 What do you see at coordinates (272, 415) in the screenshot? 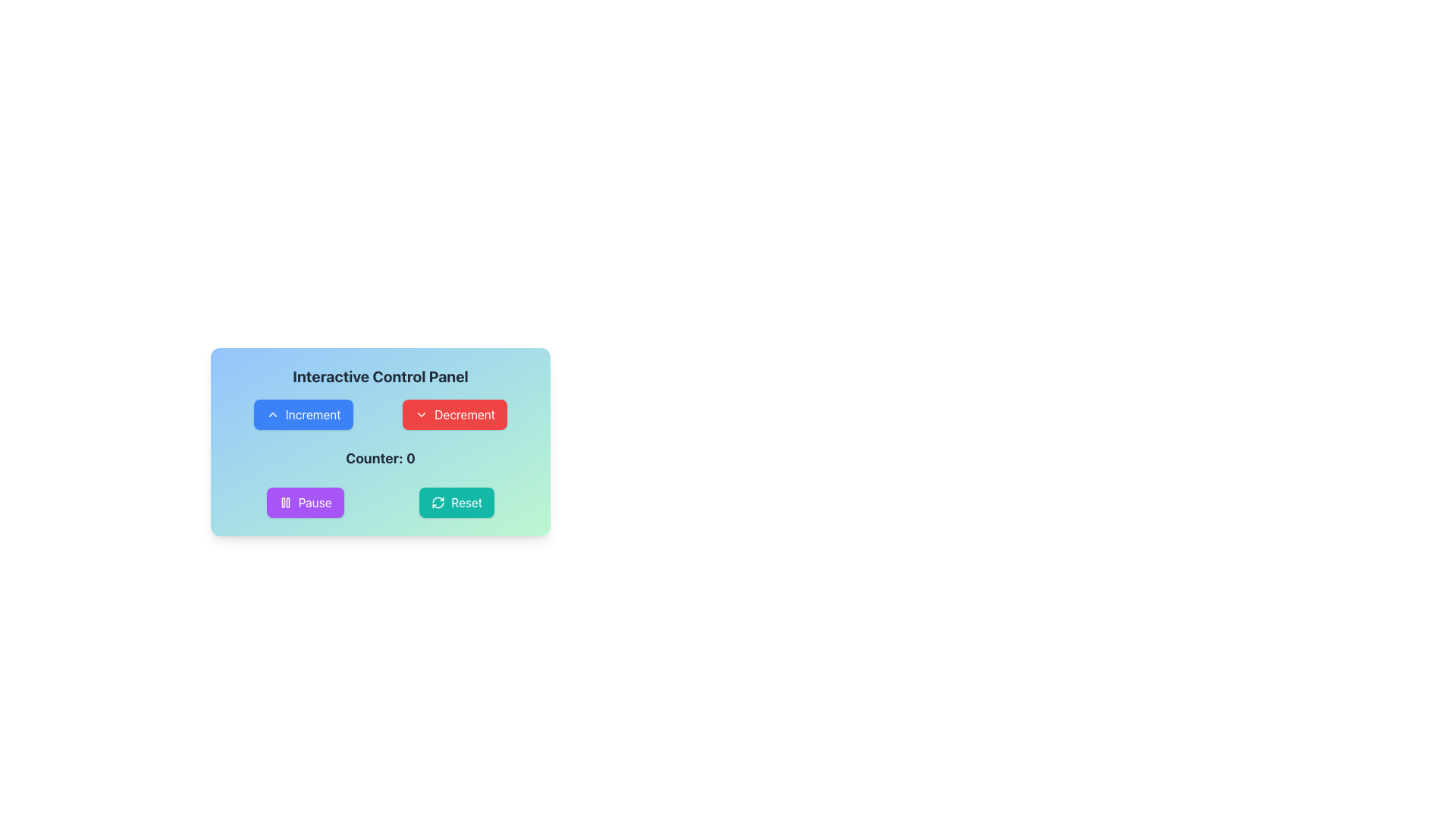
I see `the 'Increment' button containing the upward-pointing chevron icon located at the top-left corner of the interactive control panel` at bounding box center [272, 415].